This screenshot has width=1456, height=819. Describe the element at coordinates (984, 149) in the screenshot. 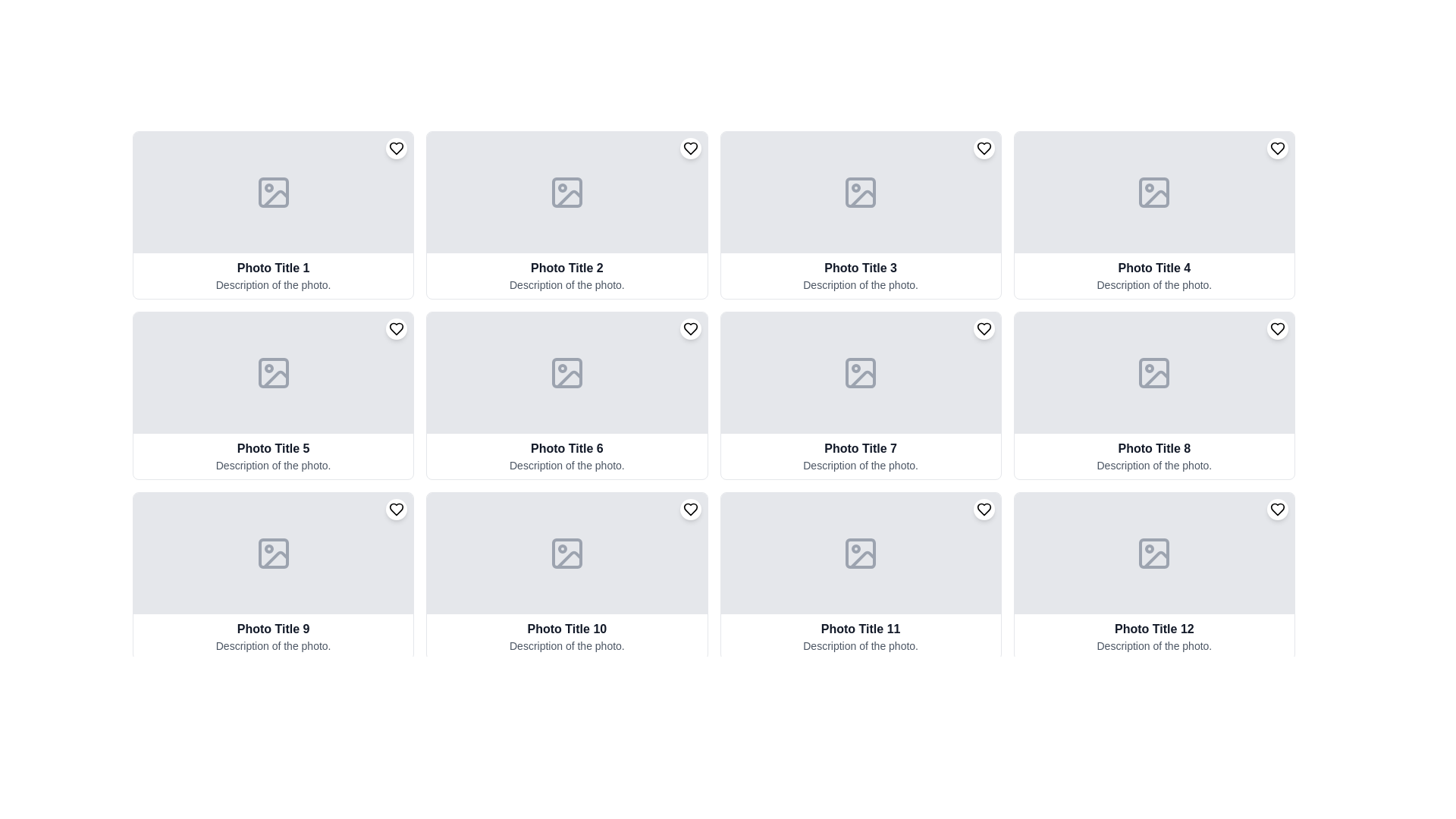

I see `the heart icon button located in the top-right corner of the third image card titled 'Photo Title 3' to trigger the favorite action` at that location.